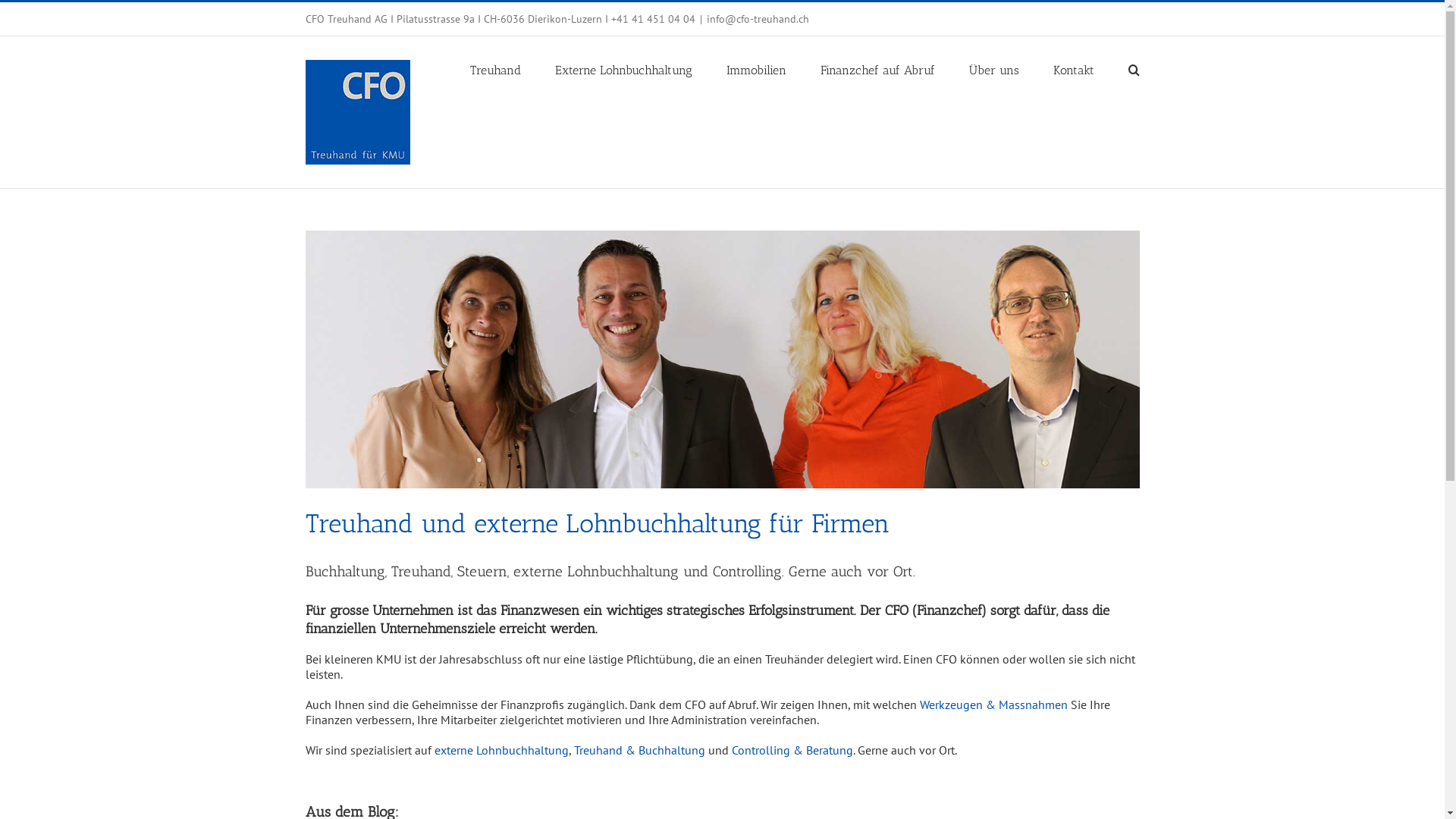 The height and width of the screenshot is (819, 1456). Describe the element at coordinates (756, 69) in the screenshot. I see `'Immobilien'` at that location.